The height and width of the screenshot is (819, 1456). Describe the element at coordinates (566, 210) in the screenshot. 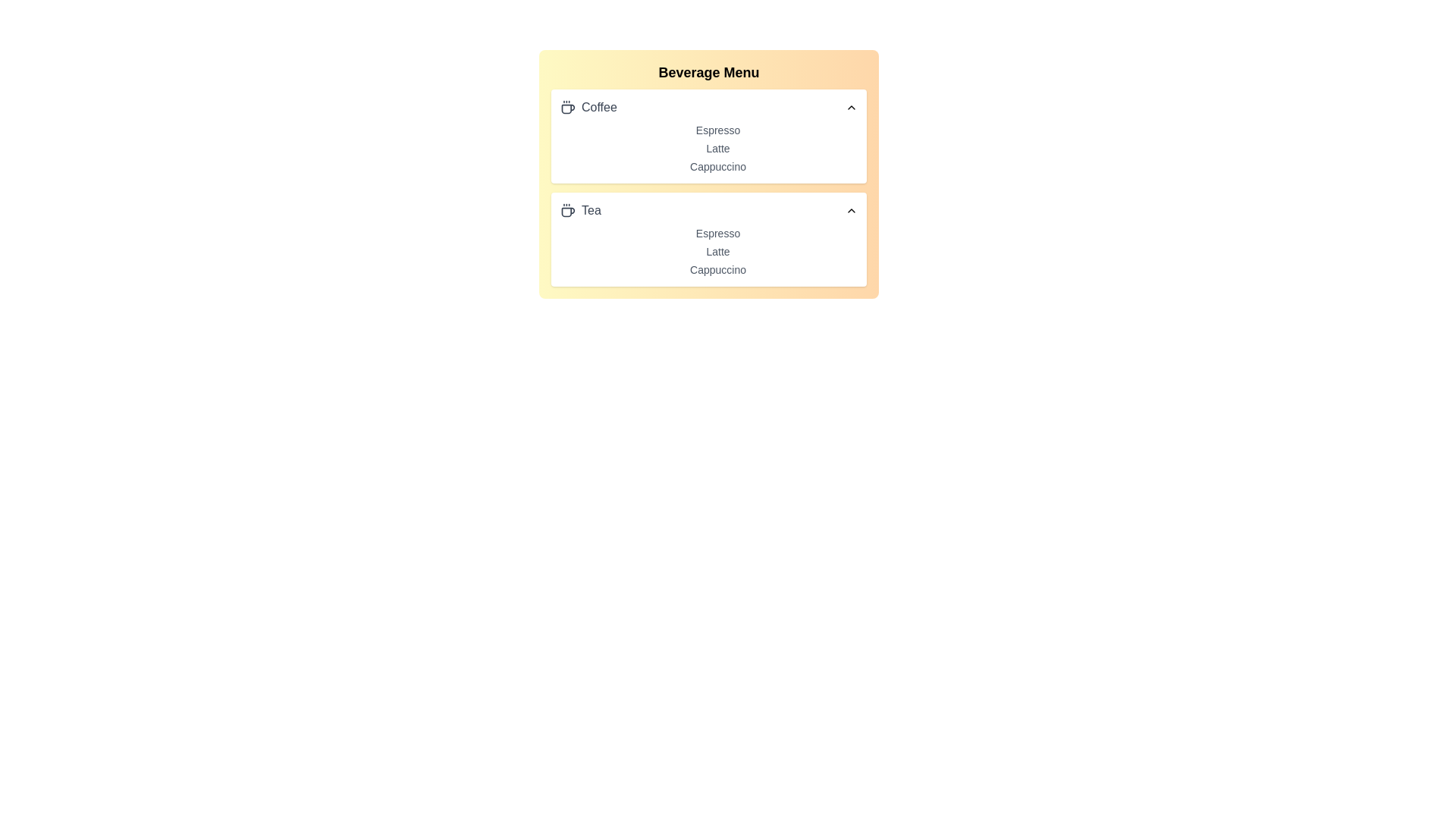

I see `the beverage icon for tea` at that location.